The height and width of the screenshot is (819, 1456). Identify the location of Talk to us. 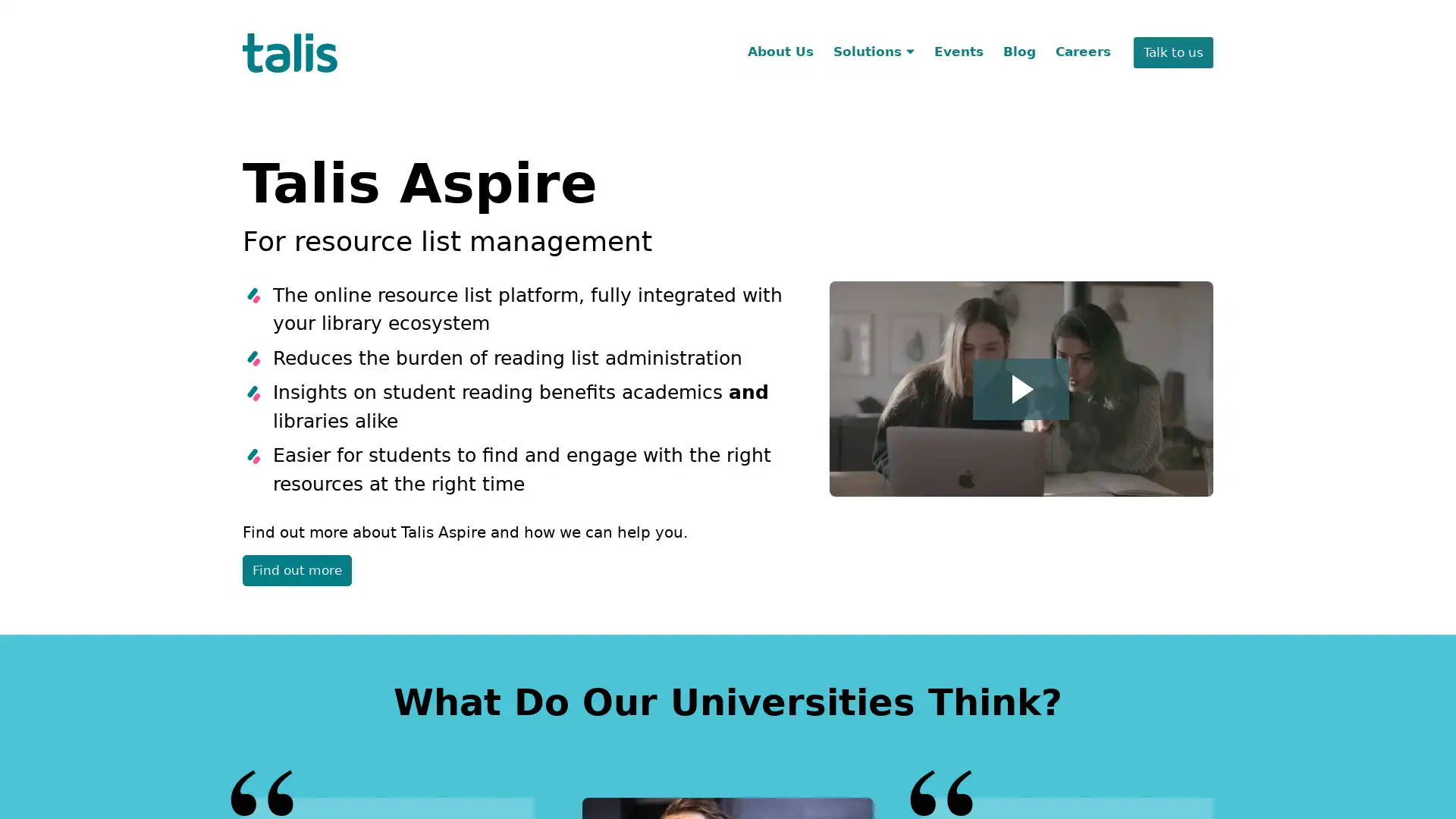
(1172, 52).